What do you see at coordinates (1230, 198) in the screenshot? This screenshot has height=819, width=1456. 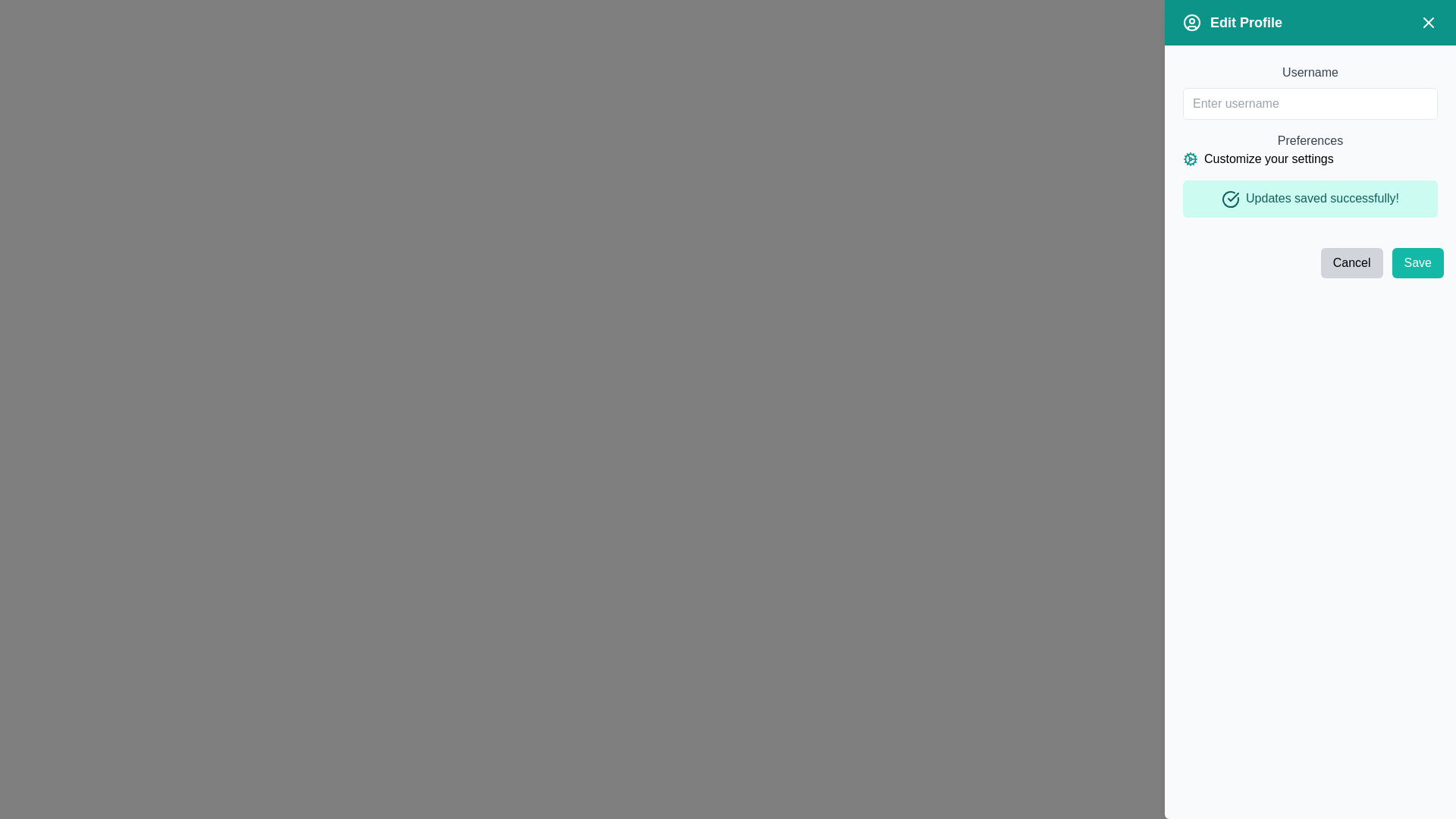 I see `the circular arc segment of the check icon located in the green notification bar labeled 'Updates saved successfully!'` at bounding box center [1230, 198].